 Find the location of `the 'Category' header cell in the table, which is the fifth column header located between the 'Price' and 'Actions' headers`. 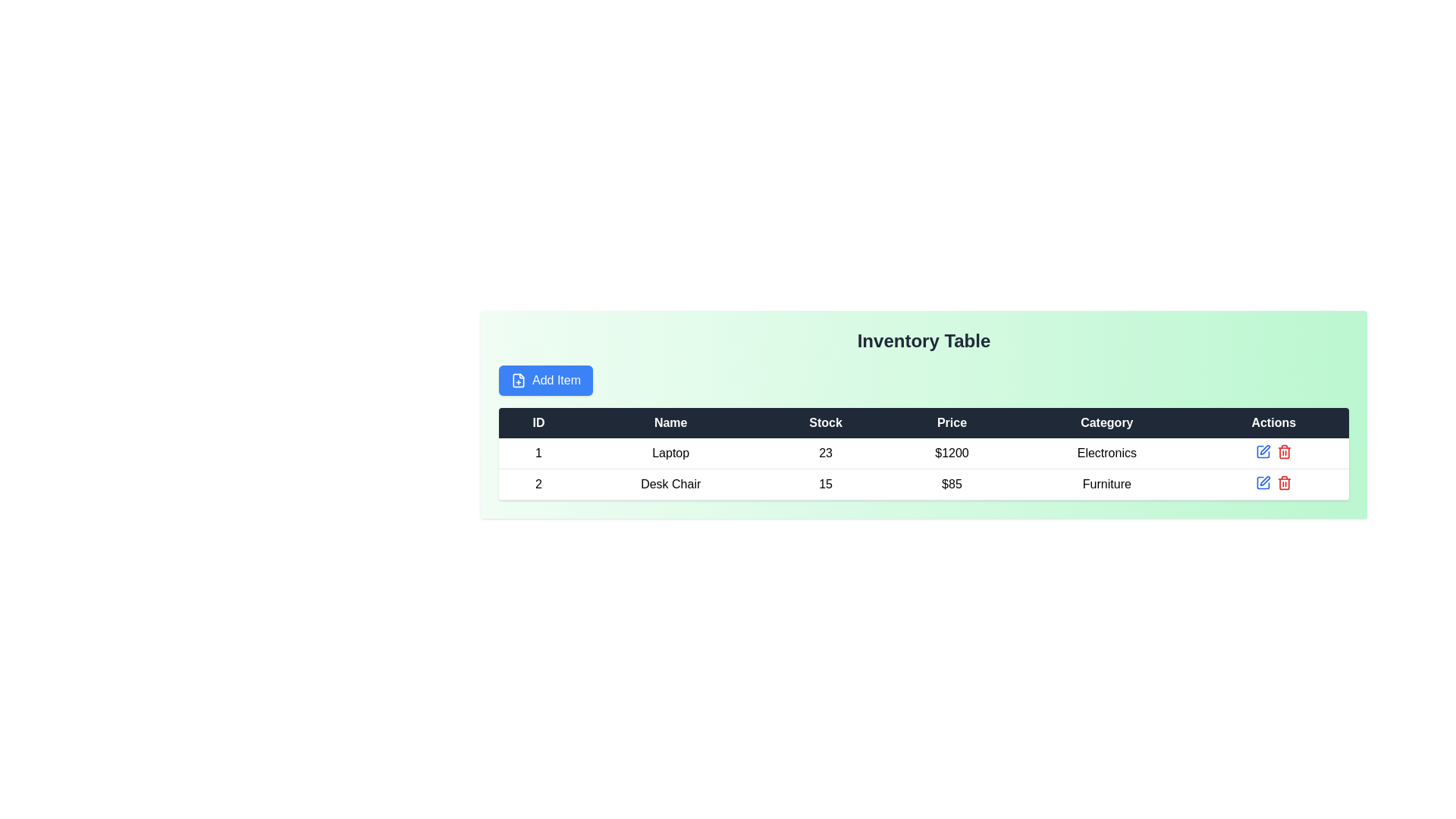

the 'Category' header cell in the table, which is the fifth column header located between the 'Price' and 'Actions' headers is located at coordinates (1106, 423).